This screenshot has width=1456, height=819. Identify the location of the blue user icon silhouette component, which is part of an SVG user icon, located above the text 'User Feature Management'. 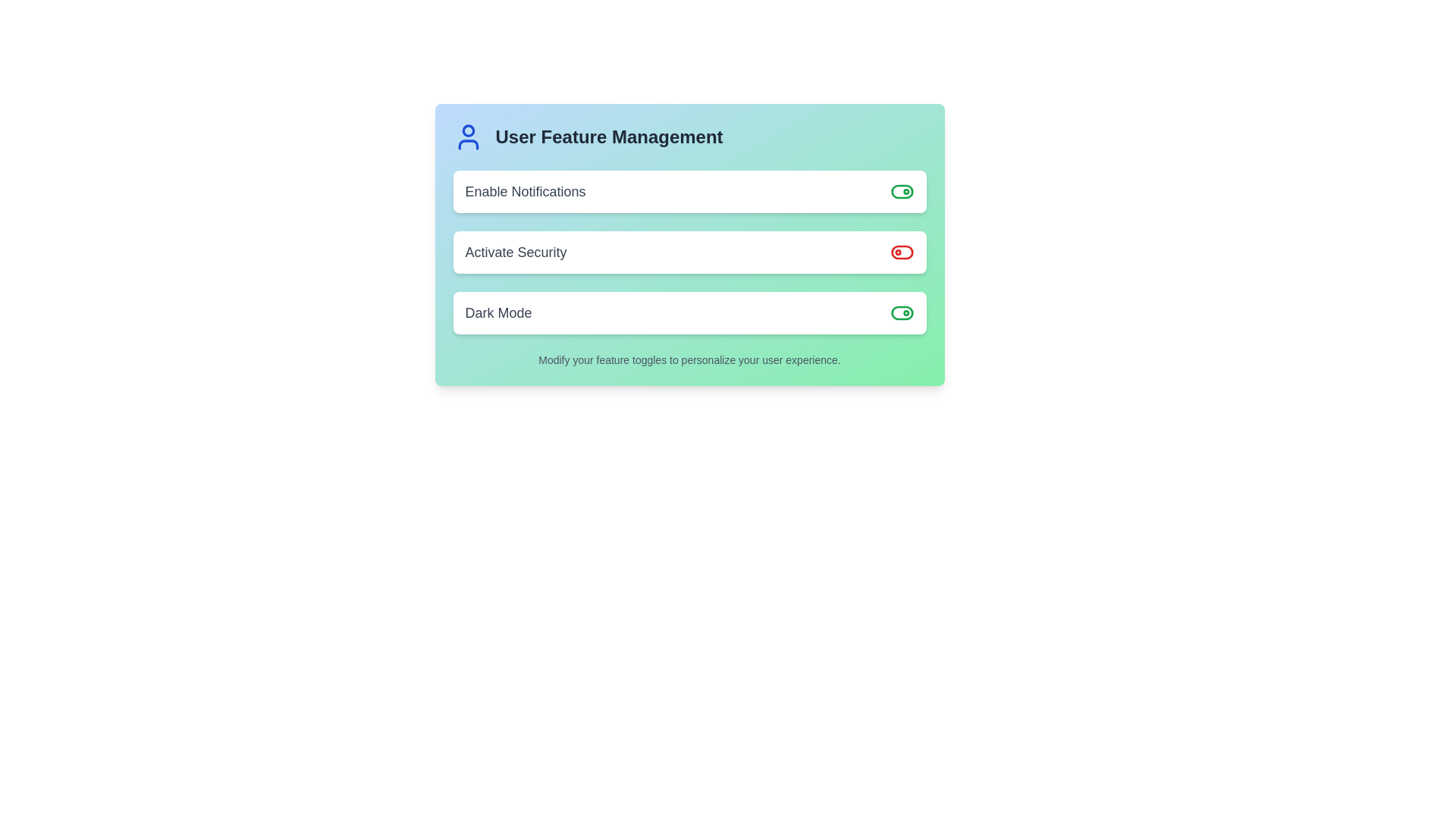
(467, 145).